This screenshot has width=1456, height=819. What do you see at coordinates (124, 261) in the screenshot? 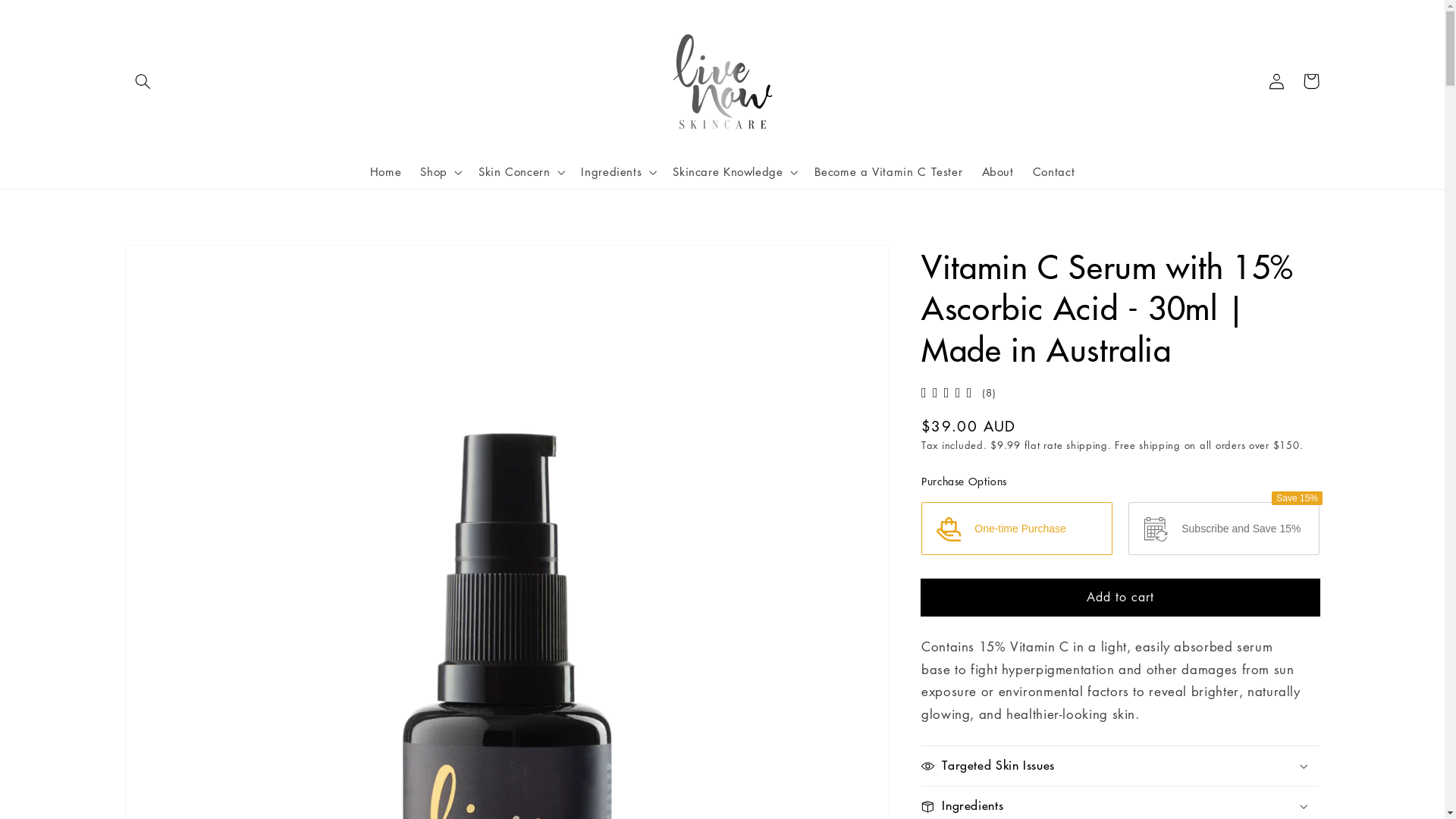
I see `'Skip to product information'` at bounding box center [124, 261].